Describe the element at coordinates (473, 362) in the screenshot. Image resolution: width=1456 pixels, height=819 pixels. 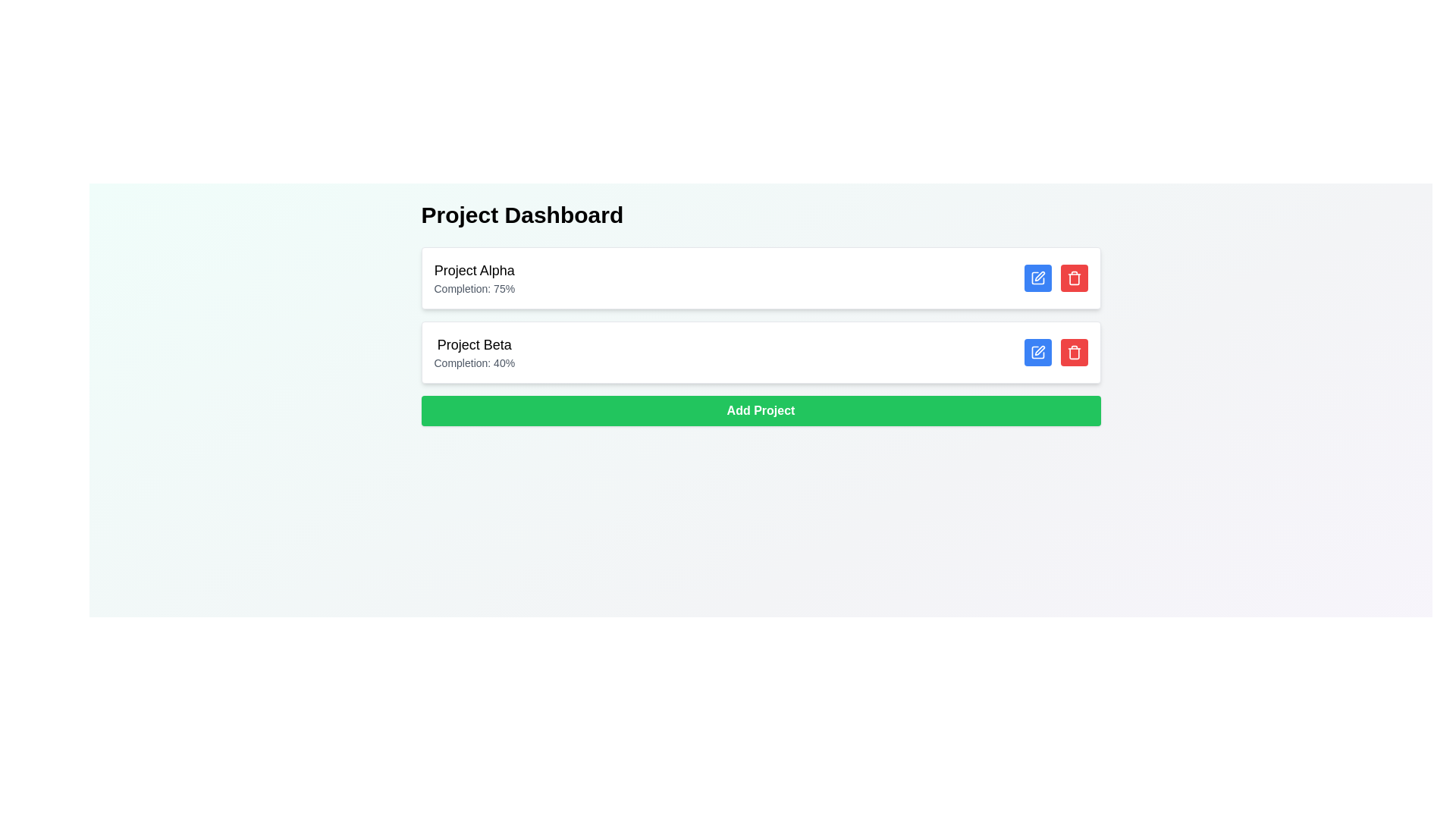
I see `the text label that displays 'Completion: 40%', which is located beneath the 'Project Beta' text in the project card component` at that location.